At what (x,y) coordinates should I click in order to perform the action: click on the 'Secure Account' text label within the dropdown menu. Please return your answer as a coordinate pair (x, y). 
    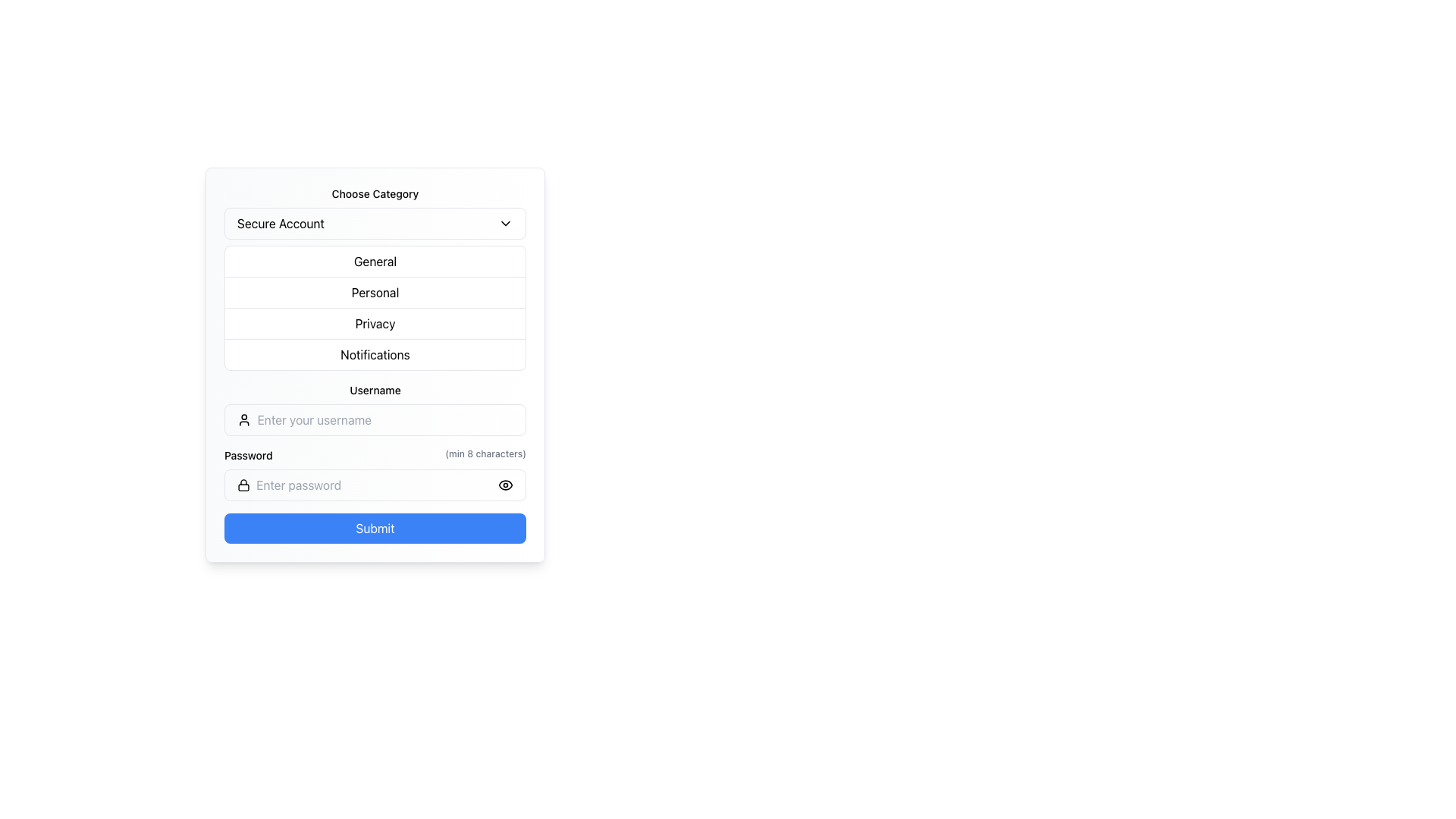
    Looking at the image, I should click on (281, 223).